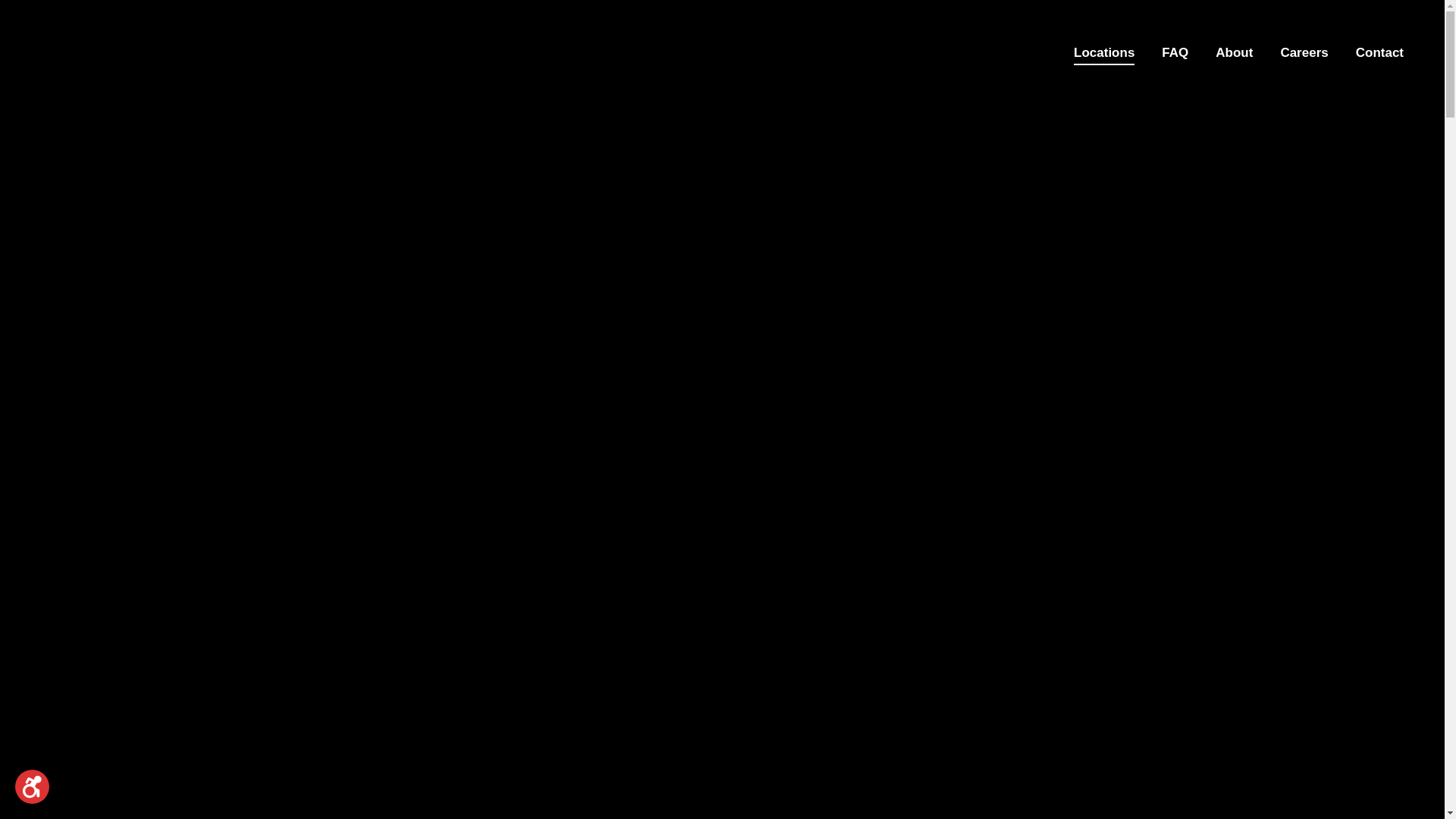 Image resolution: width=1456 pixels, height=819 pixels. I want to click on 'Contact', so click(1379, 52).